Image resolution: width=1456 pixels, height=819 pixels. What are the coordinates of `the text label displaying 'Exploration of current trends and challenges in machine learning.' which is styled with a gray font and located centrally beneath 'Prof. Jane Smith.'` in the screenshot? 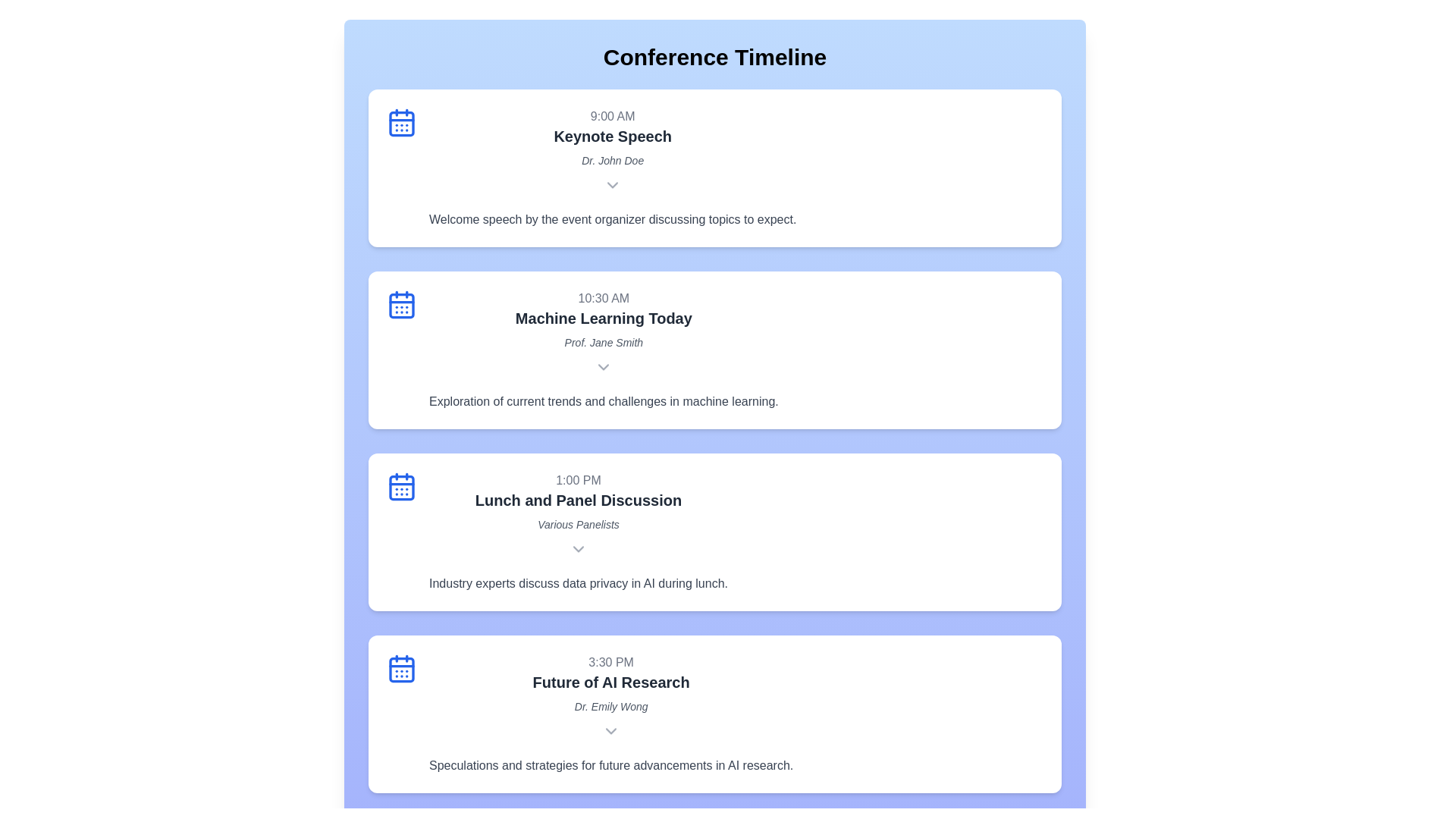 It's located at (603, 400).